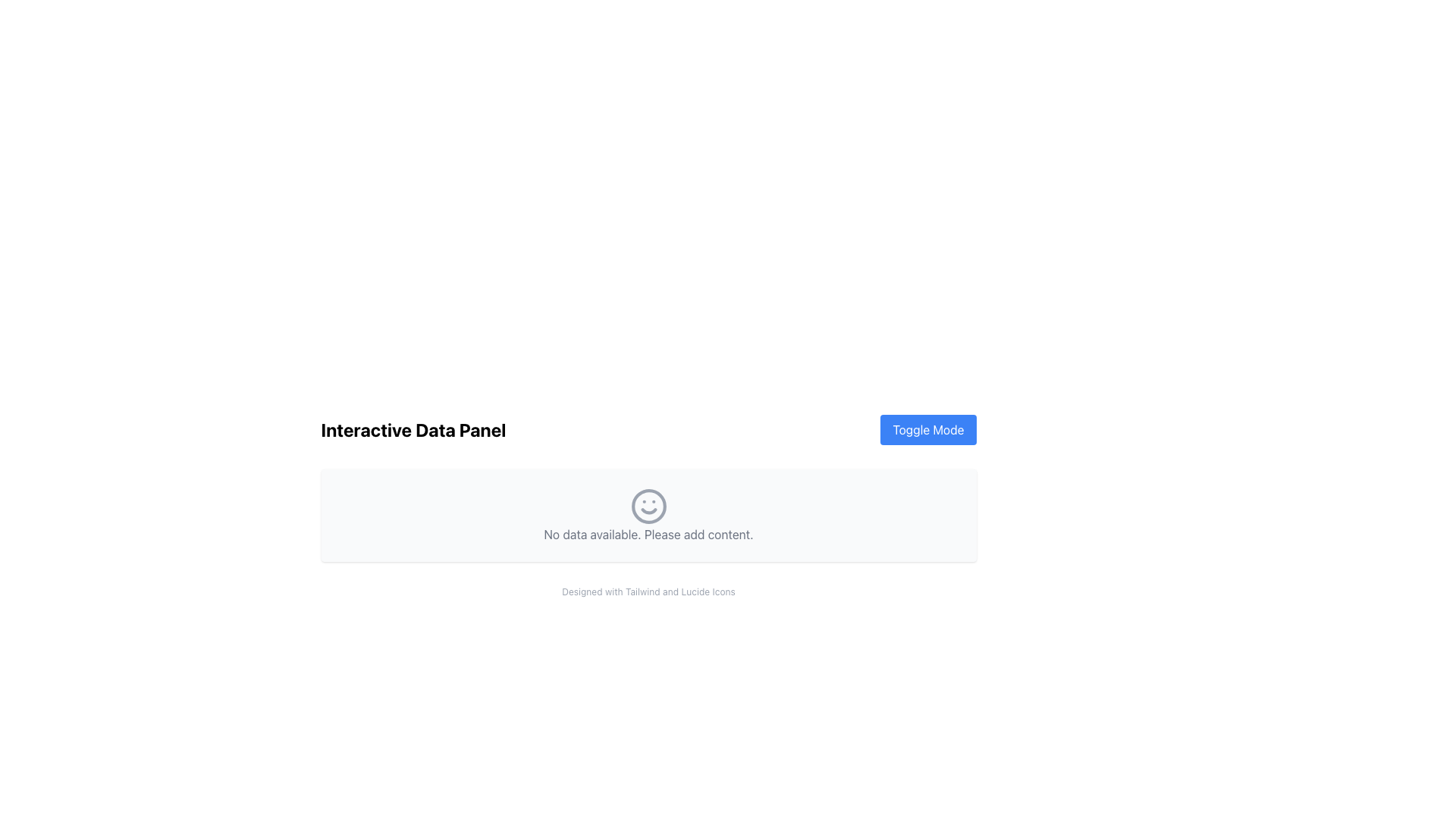 This screenshot has width=1456, height=819. Describe the element at coordinates (648, 506) in the screenshot. I see `the circular SVG graphic that contains a smiley face, which is outlined in gray and located at the center of the lower portion of the interactive data panel` at that location.